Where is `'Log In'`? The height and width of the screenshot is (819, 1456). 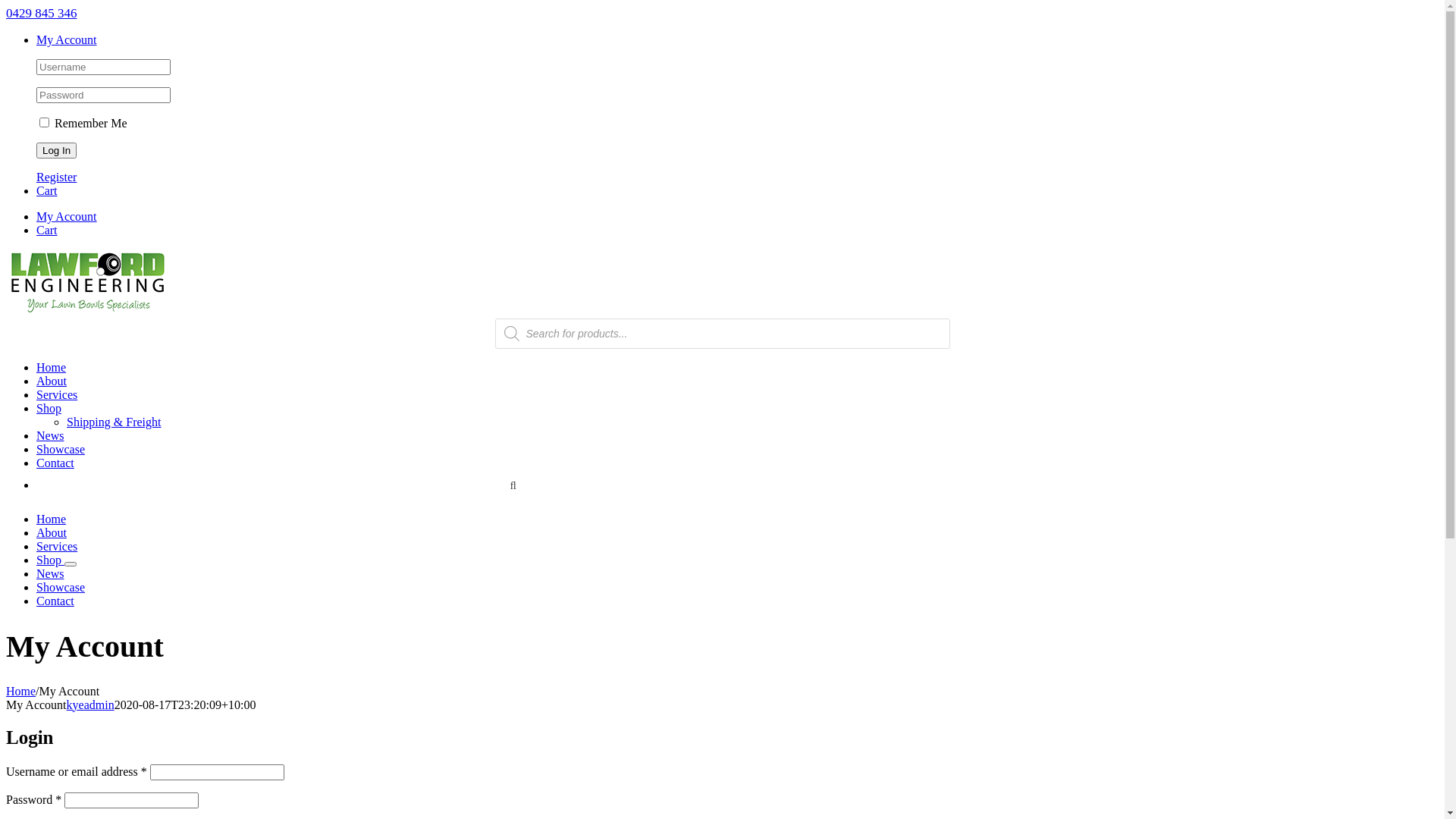
'Log In' is located at coordinates (56, 150).